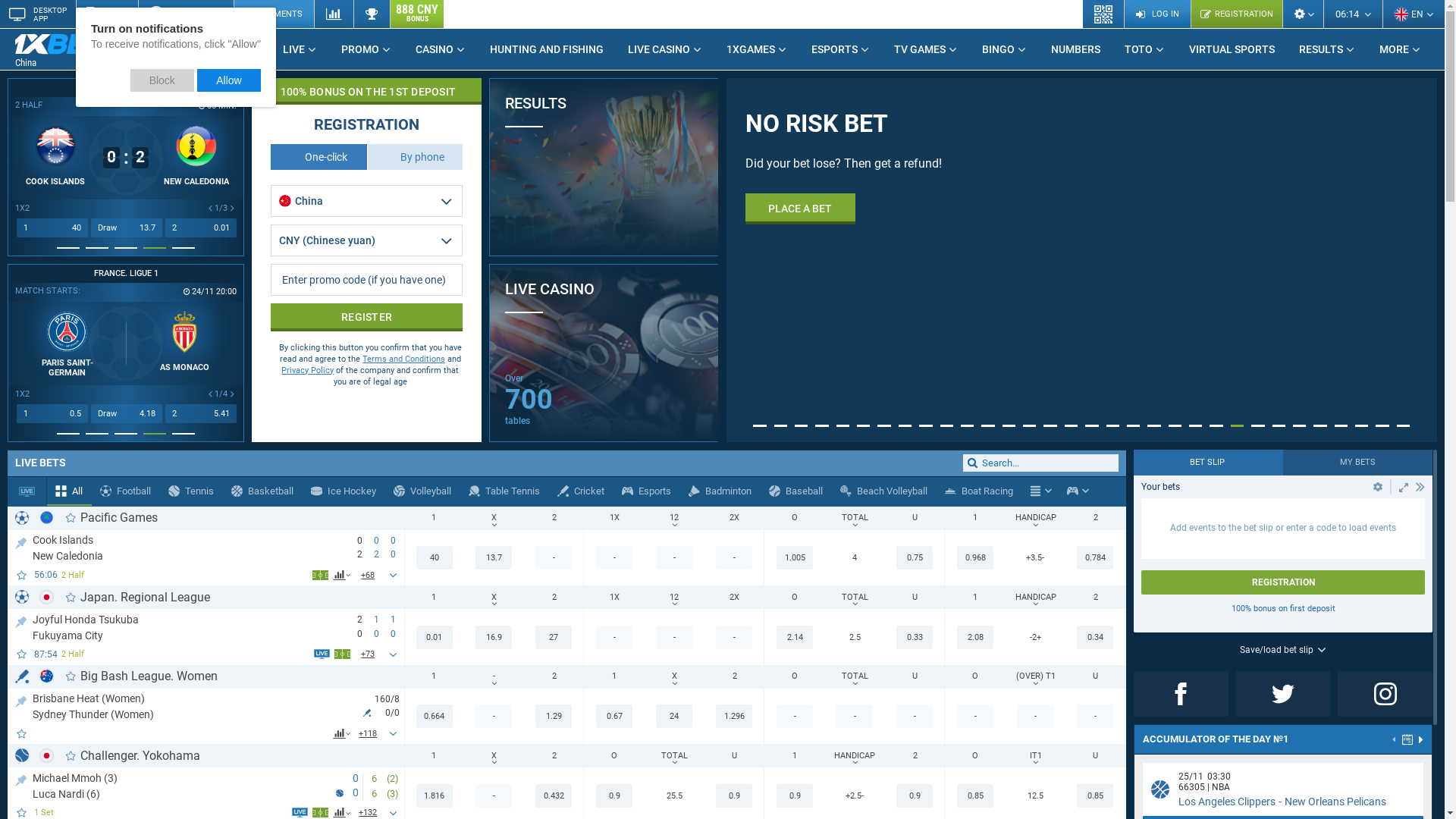 The height and width of the screenshot is (819, 1456). I want to click on 'CASINO', so click(439, 49).